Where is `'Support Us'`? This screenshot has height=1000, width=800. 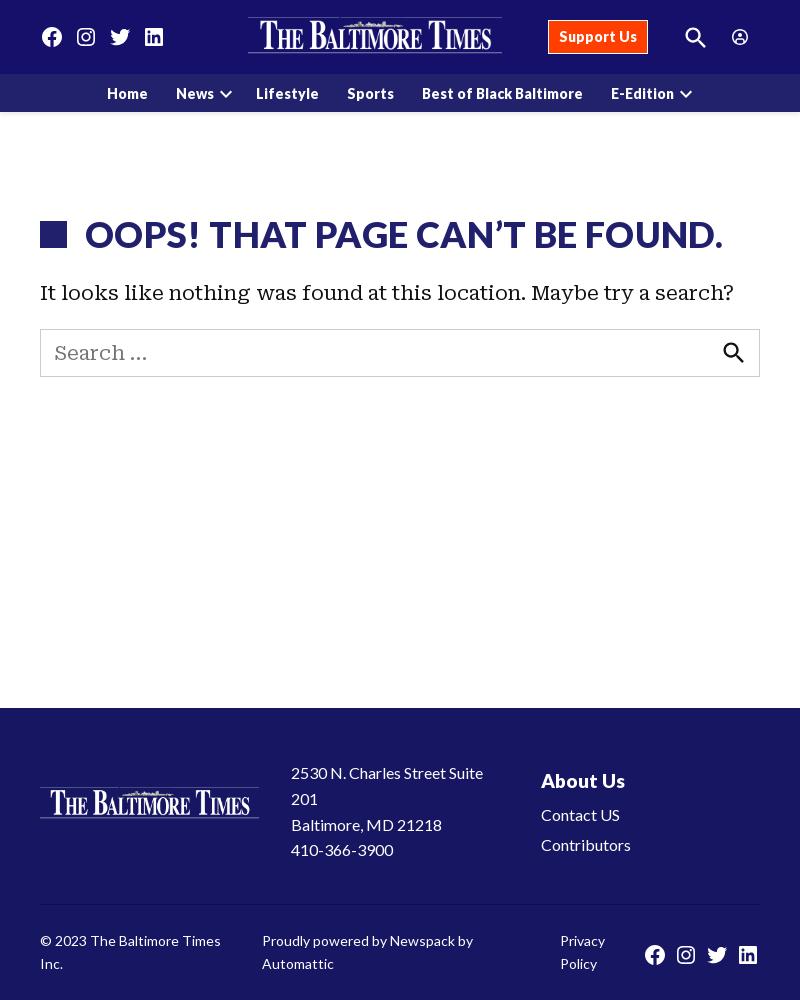 'Support Us' is located at coordinates (597, 36).